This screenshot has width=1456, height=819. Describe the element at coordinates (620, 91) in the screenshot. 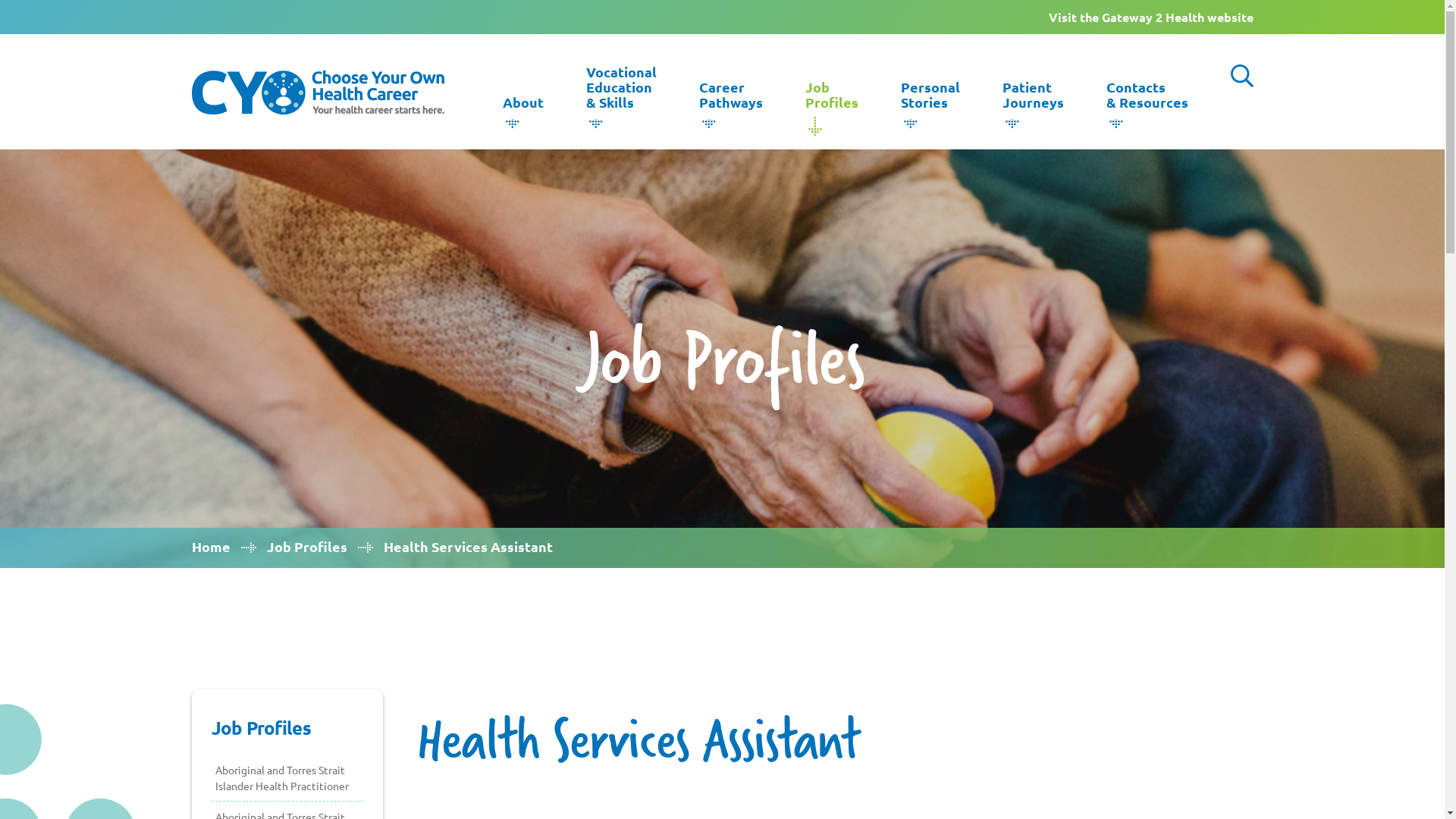

I see `'Vocational` at that location.